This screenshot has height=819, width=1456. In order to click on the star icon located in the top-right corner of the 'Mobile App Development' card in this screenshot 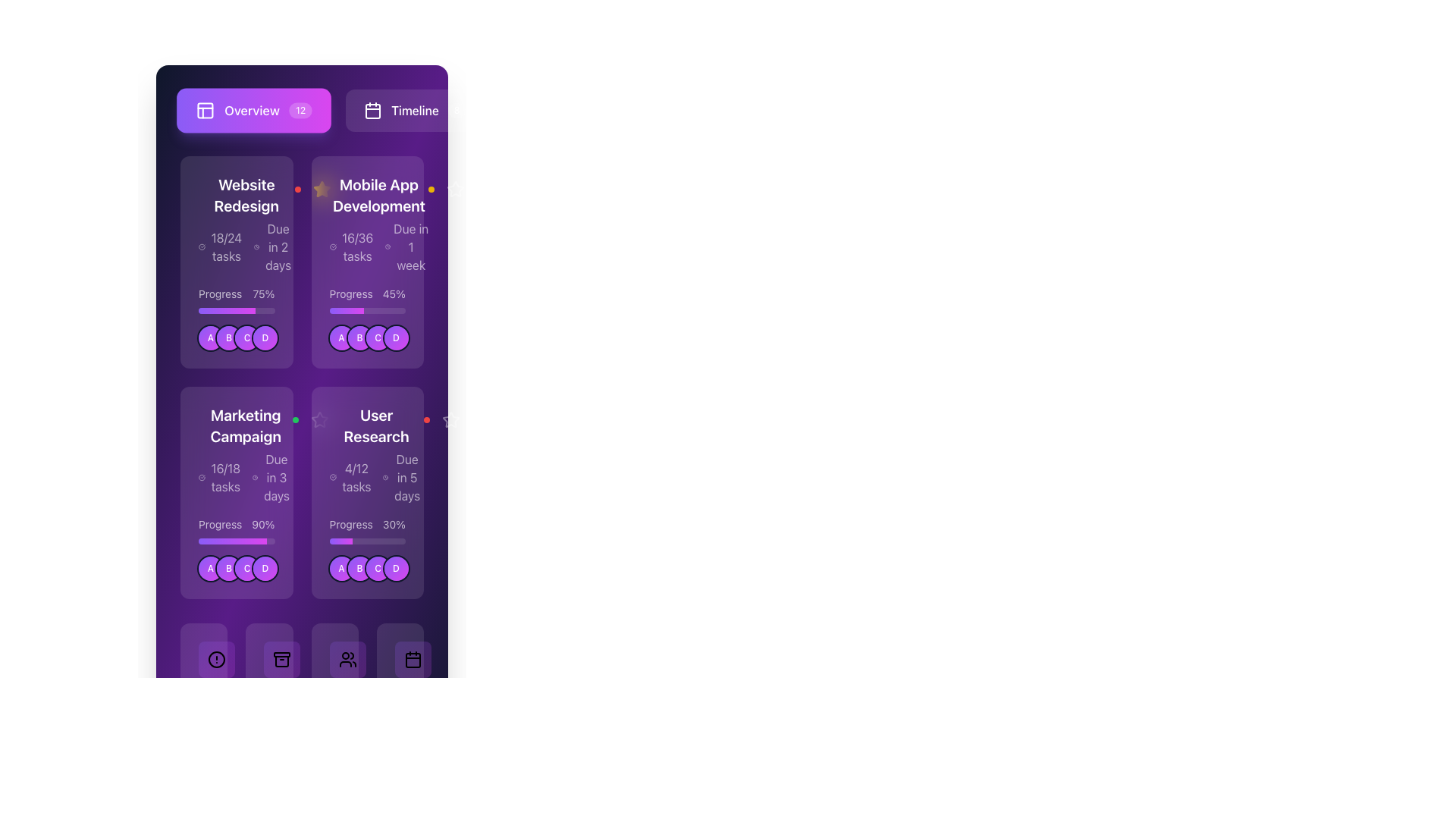, I will do `click(321, 189)`.